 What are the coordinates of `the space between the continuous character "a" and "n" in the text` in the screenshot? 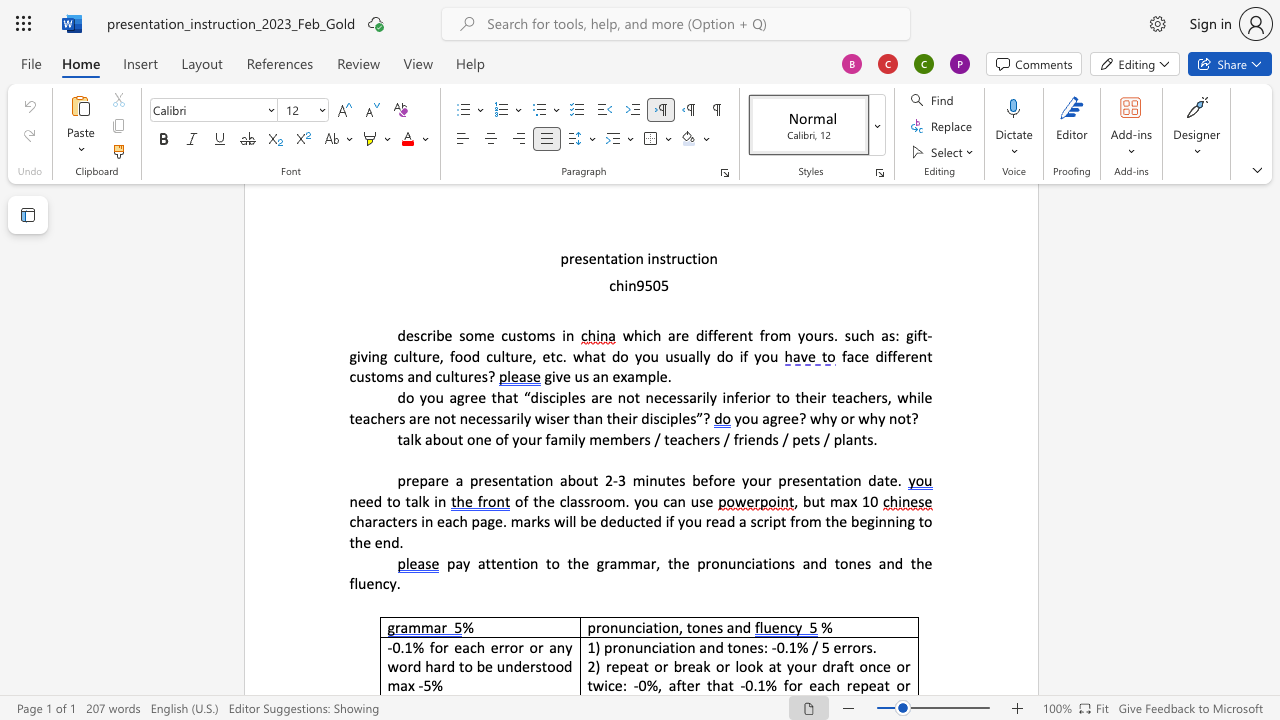 It's located at (557, 647).